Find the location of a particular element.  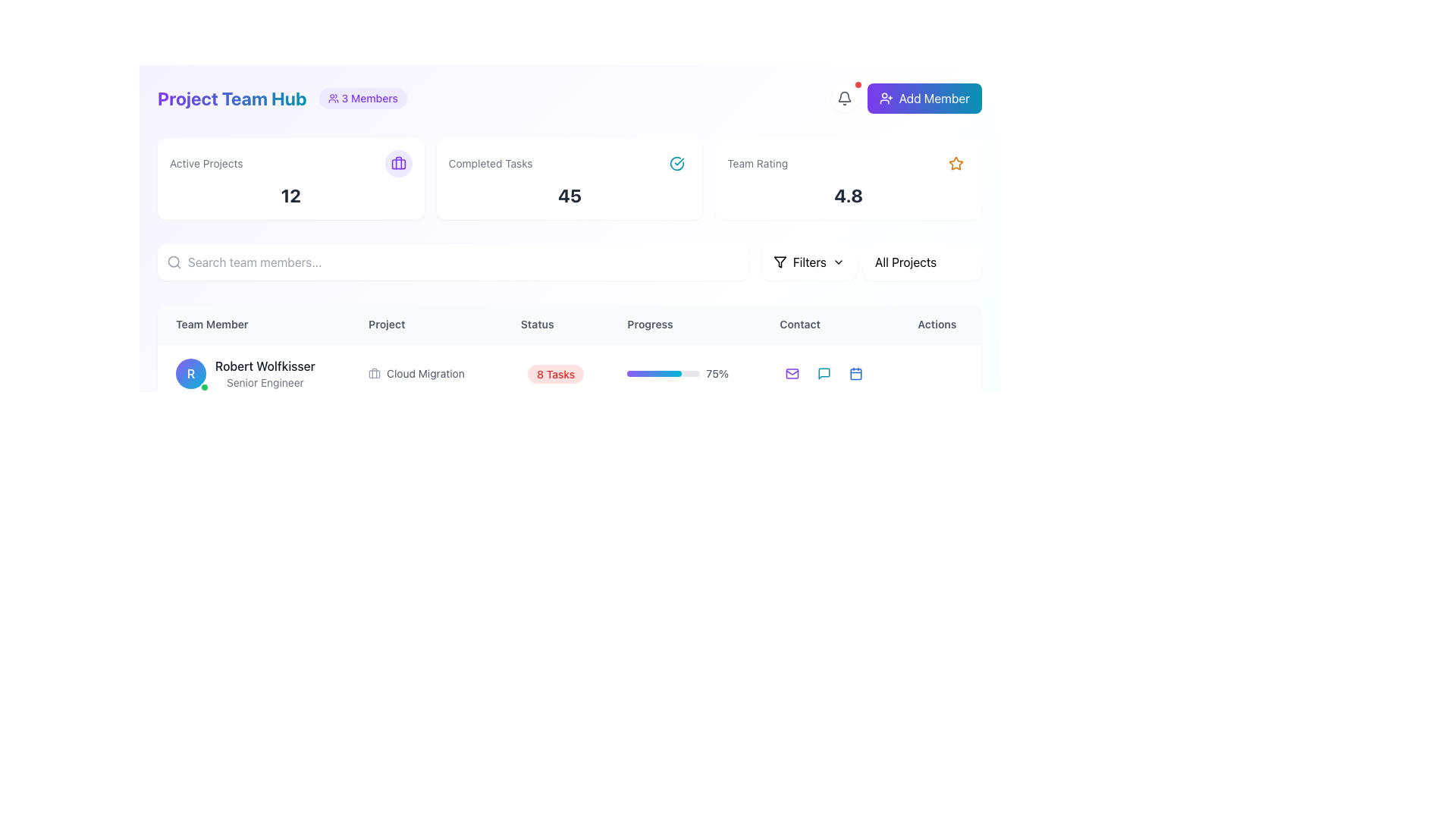

the outline of the mail or envelope icon located within the 'Contact' column of the team member's row in the table is located at coordinates (792, 430).